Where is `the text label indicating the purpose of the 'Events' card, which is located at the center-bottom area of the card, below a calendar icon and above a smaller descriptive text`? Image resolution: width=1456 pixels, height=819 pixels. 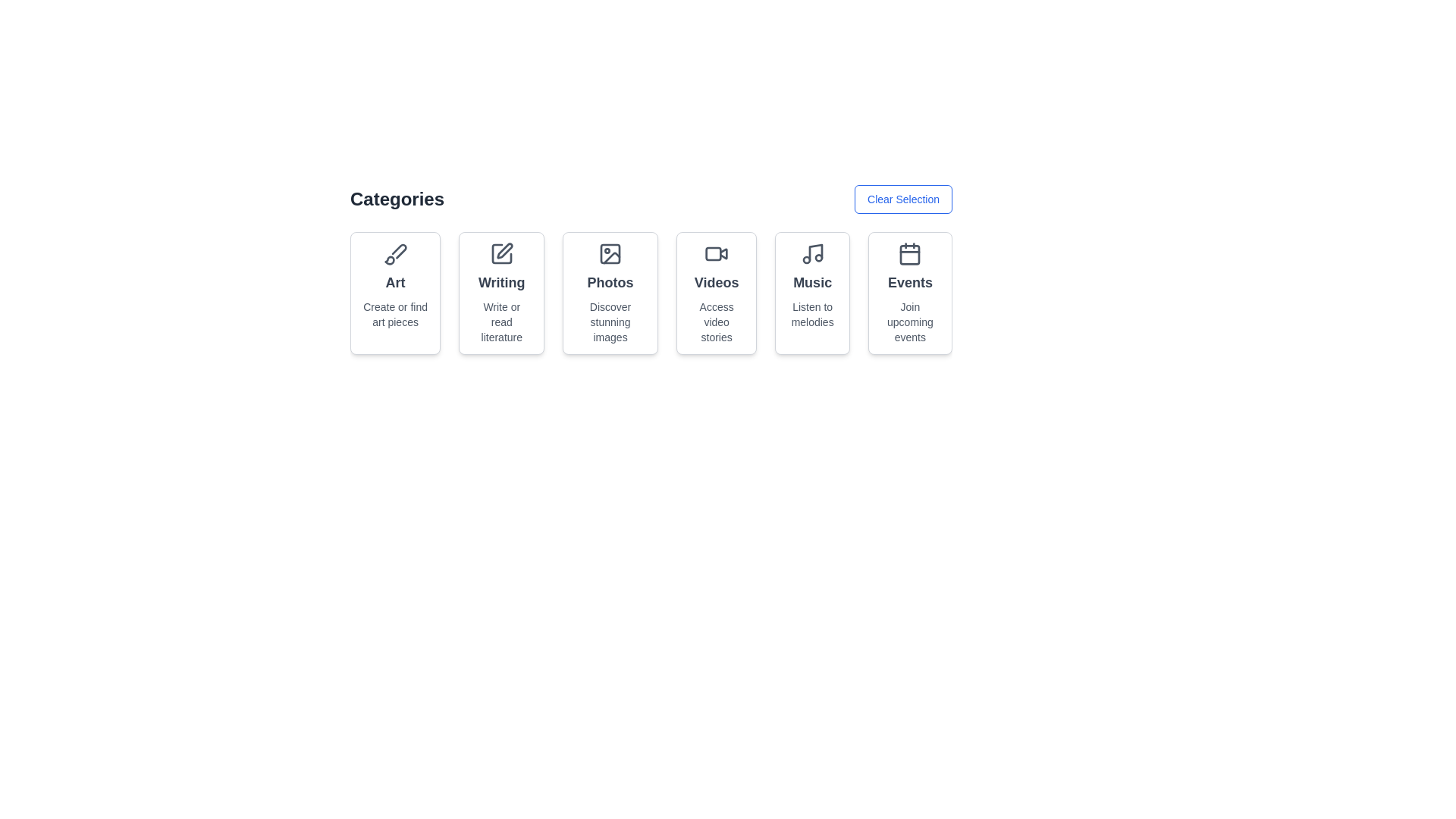 the text label indicating the purpose of the 'Events' card, which is located at the center-bottom area of the card, below a calendar icon and above a smaller descriptive text is located at coordinates (910, 283).